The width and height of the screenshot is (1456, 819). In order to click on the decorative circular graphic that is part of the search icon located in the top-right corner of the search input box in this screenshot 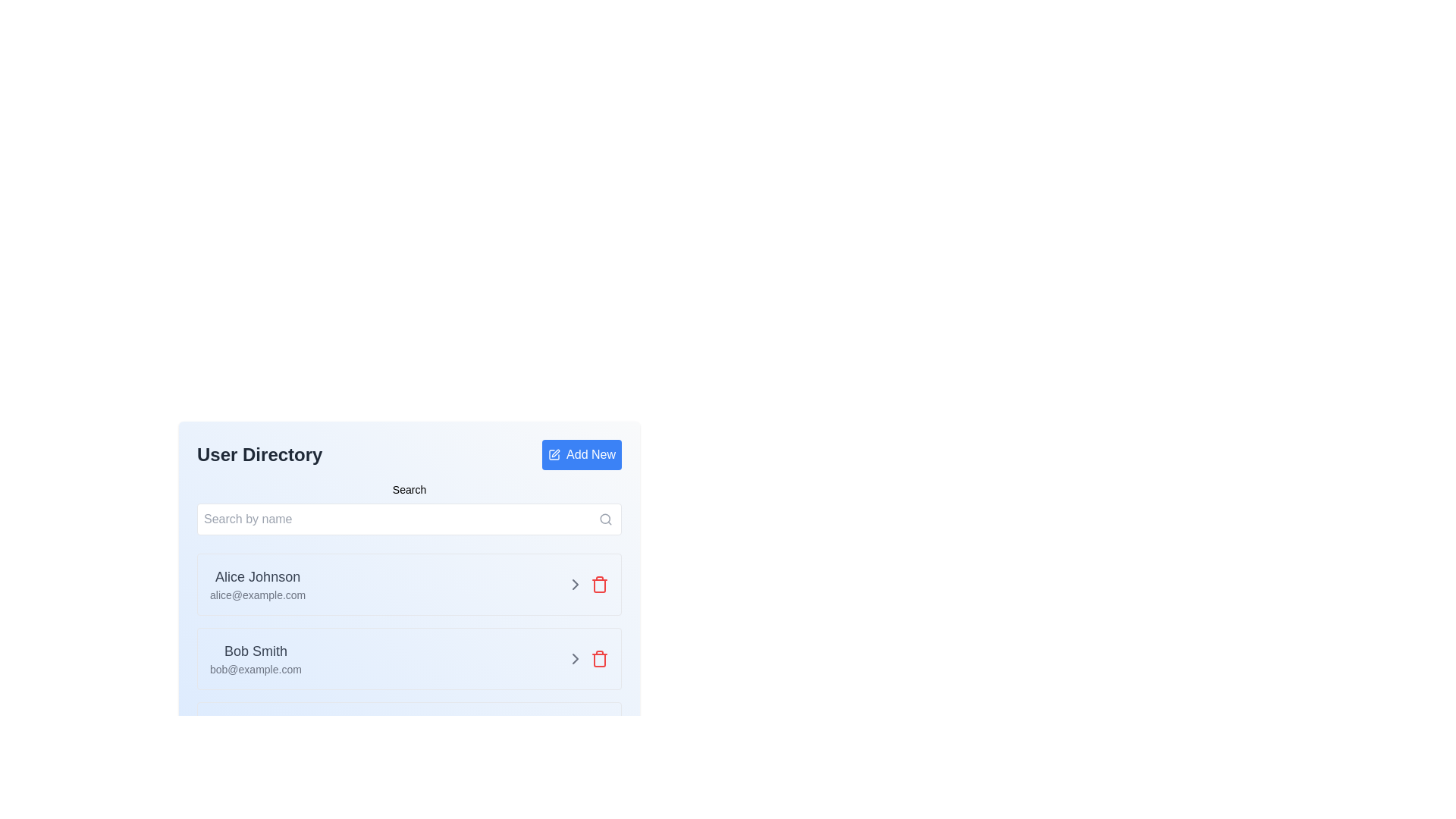, I will do `click(604, 518)`.